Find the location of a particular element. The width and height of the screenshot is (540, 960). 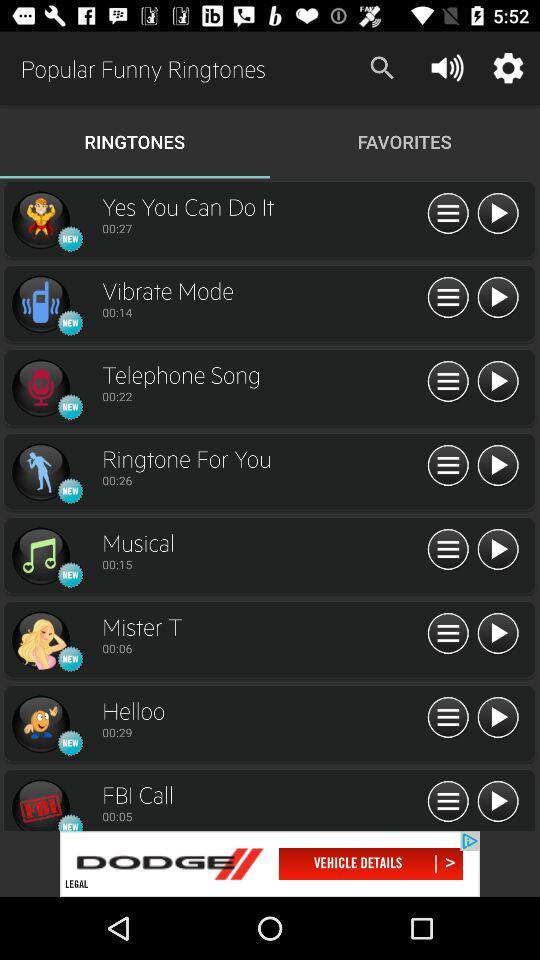

musical ringtone is located at coordinates (40, 556).